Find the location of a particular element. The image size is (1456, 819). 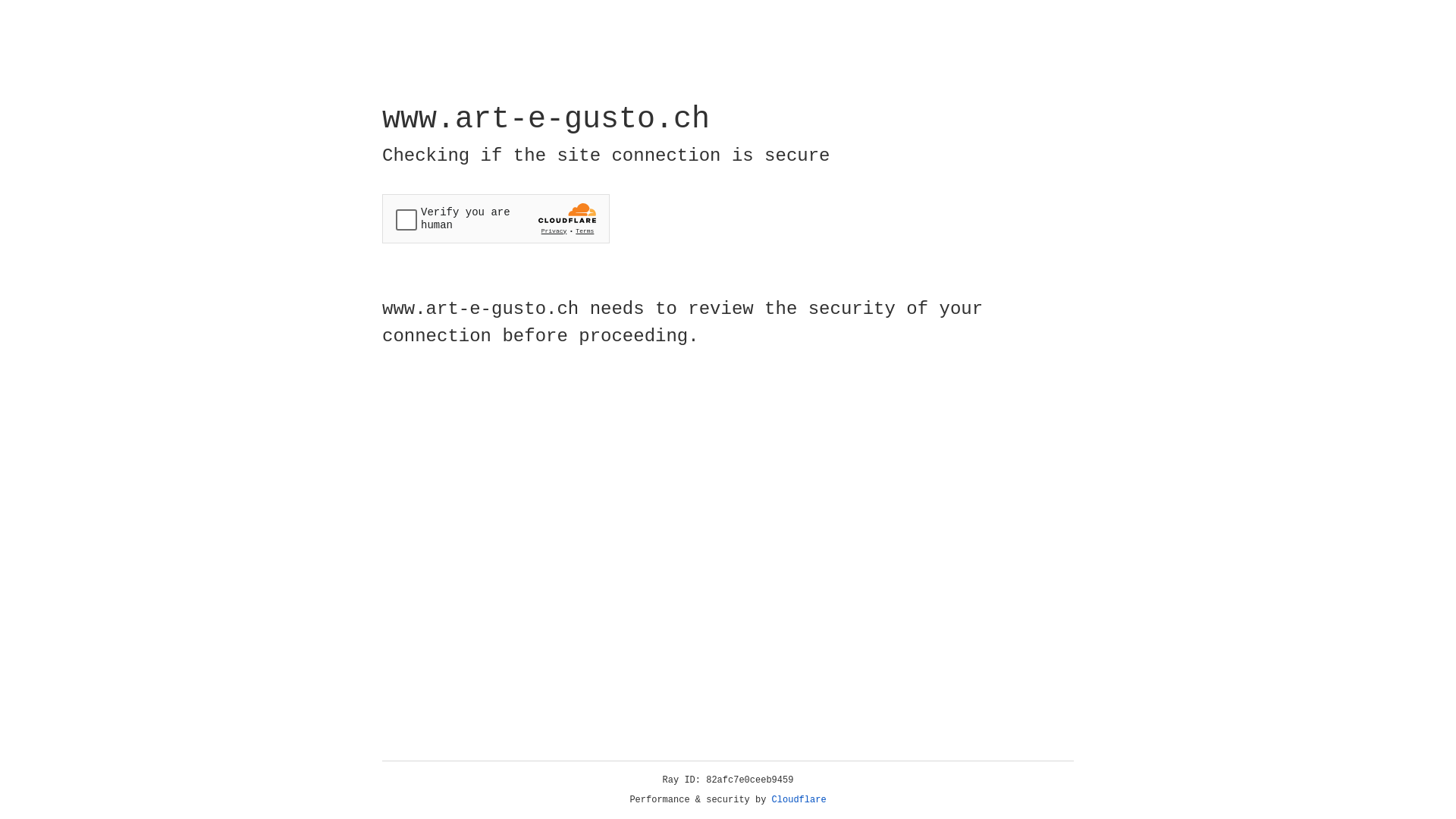

'Cloudflare' is located at coordinates (771, 799).